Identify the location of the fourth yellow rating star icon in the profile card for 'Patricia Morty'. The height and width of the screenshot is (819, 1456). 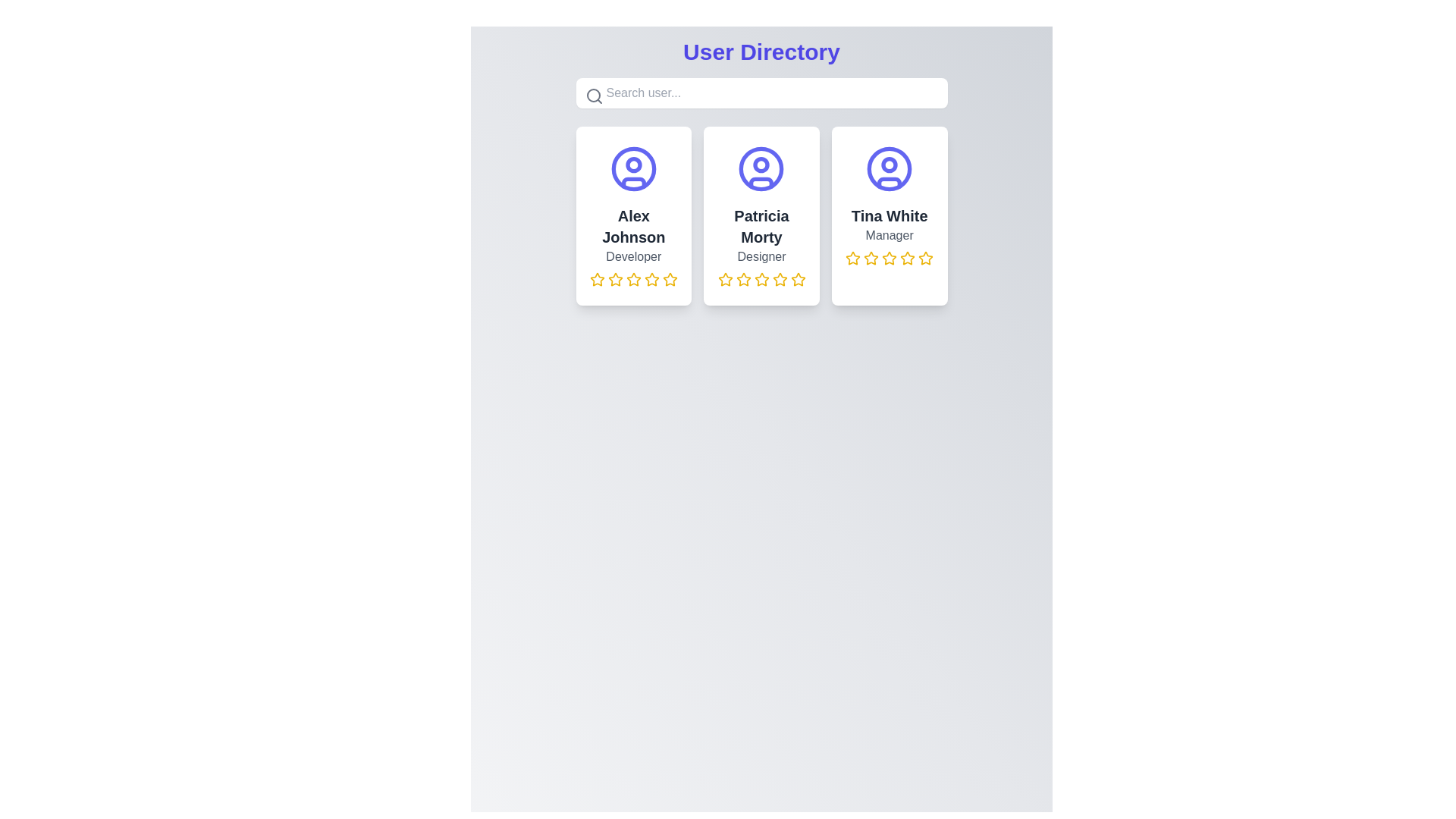
(780, 279).